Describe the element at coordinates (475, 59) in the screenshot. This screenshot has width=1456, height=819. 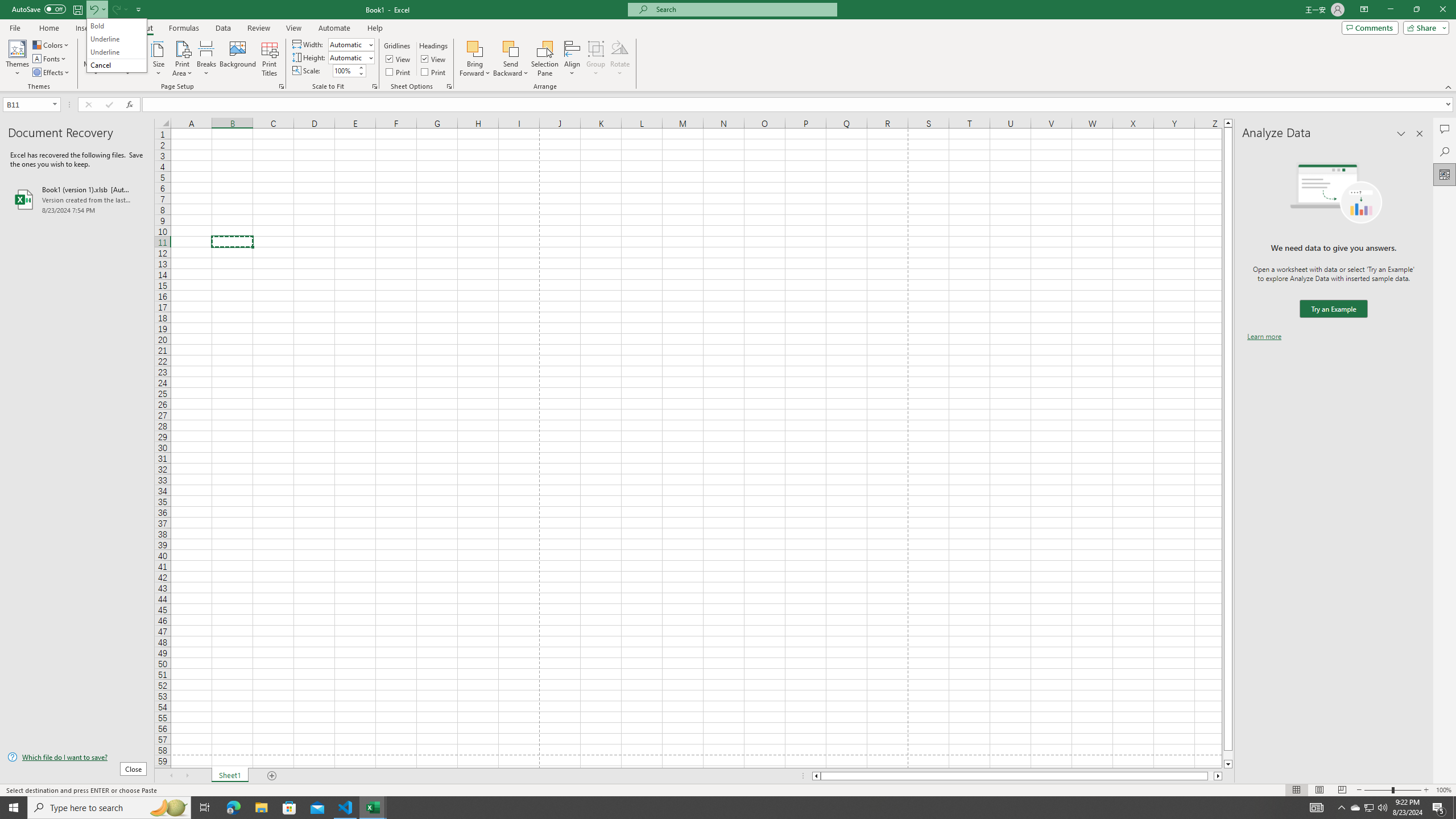
I see `'Bring Forward'` at that location.